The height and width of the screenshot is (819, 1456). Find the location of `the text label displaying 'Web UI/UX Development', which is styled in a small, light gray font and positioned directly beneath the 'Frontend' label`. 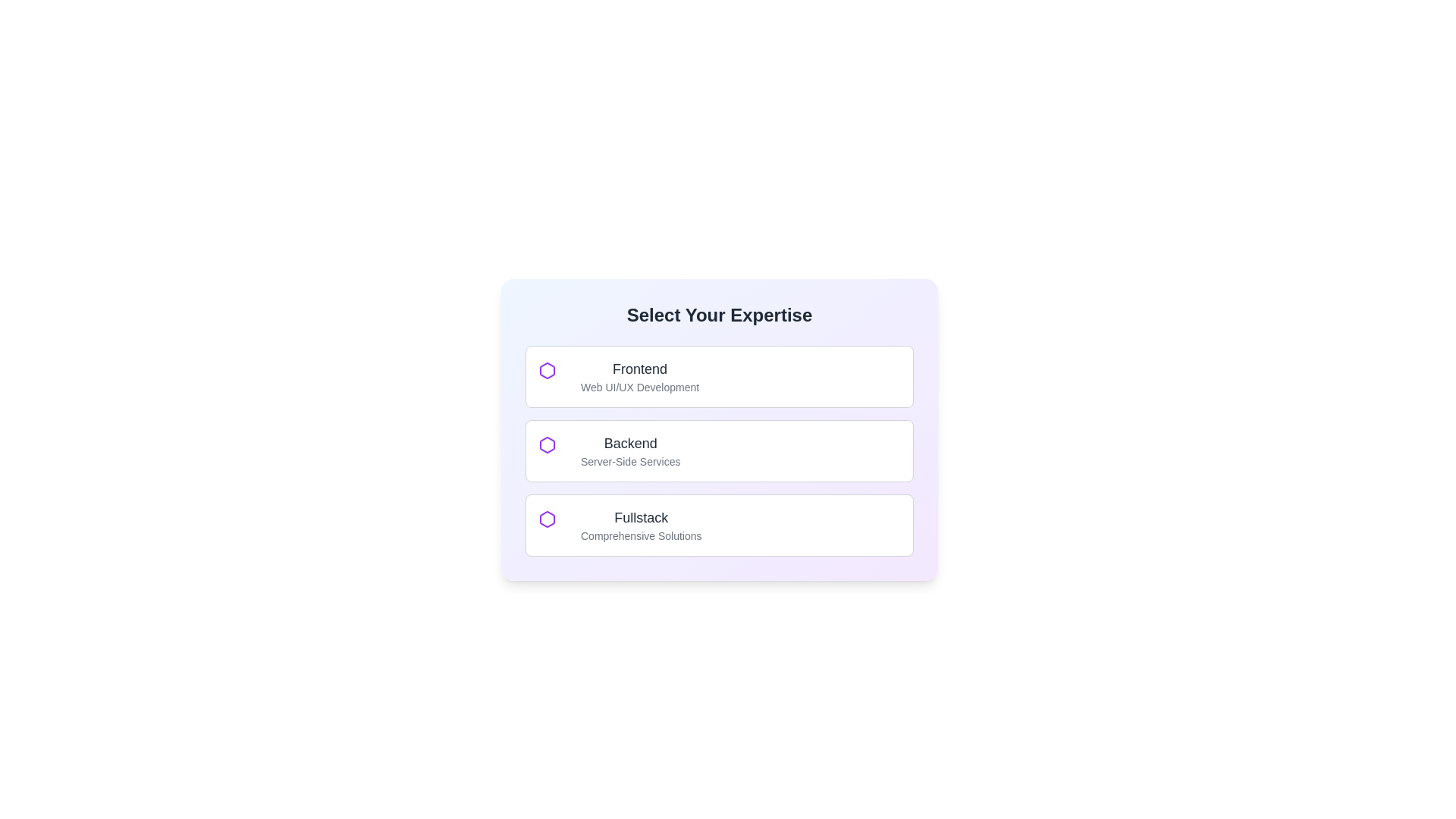

the text label displaying 'Web UI/UX Development', which is styled in a small, light gray font and positioned directly beneath the 'Frontend' label is located at coordinates (640, 386).